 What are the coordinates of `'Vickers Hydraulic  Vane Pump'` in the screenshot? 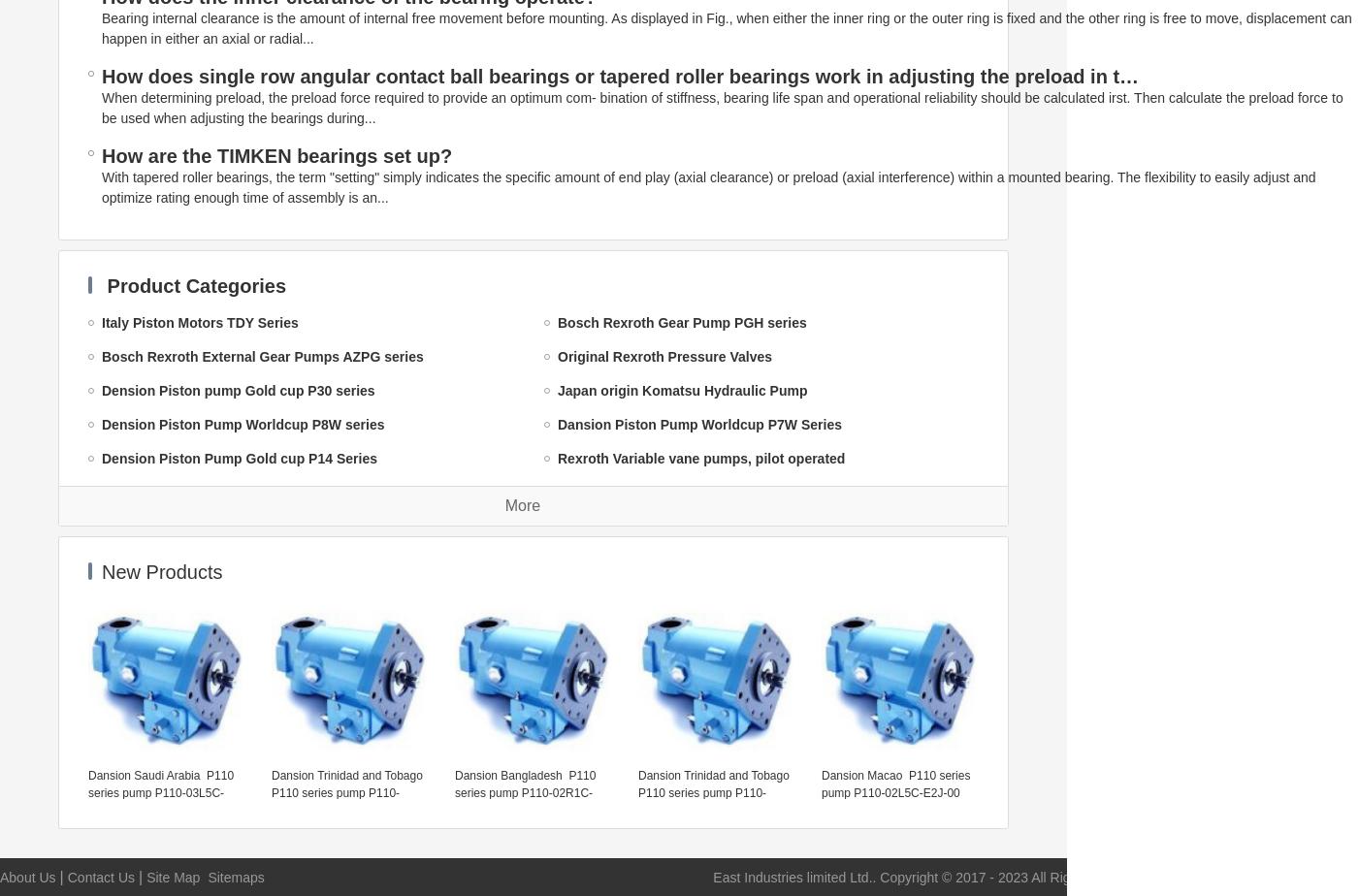 It's located at (652, 527).